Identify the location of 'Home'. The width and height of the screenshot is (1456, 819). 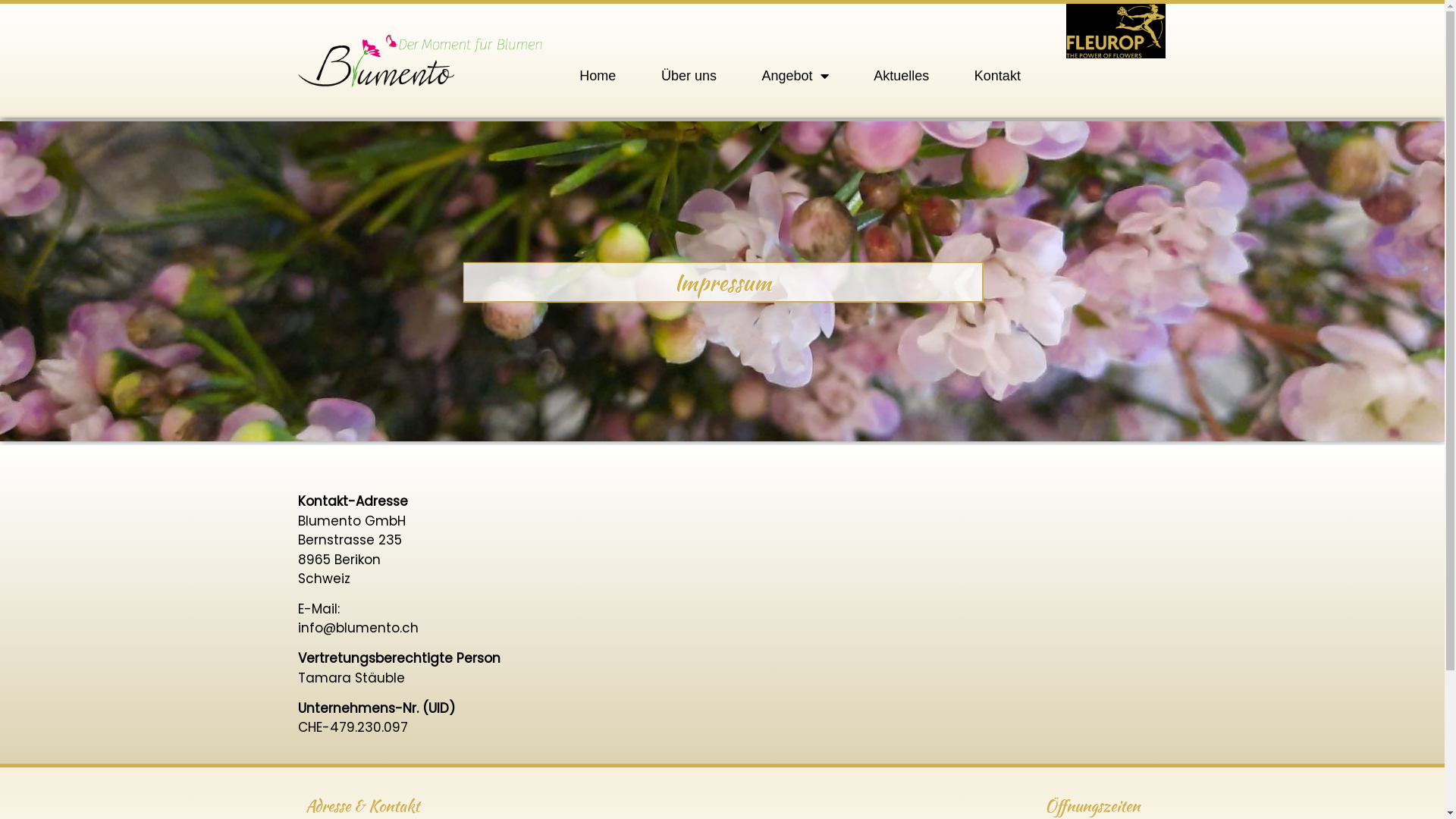
(556, 76).